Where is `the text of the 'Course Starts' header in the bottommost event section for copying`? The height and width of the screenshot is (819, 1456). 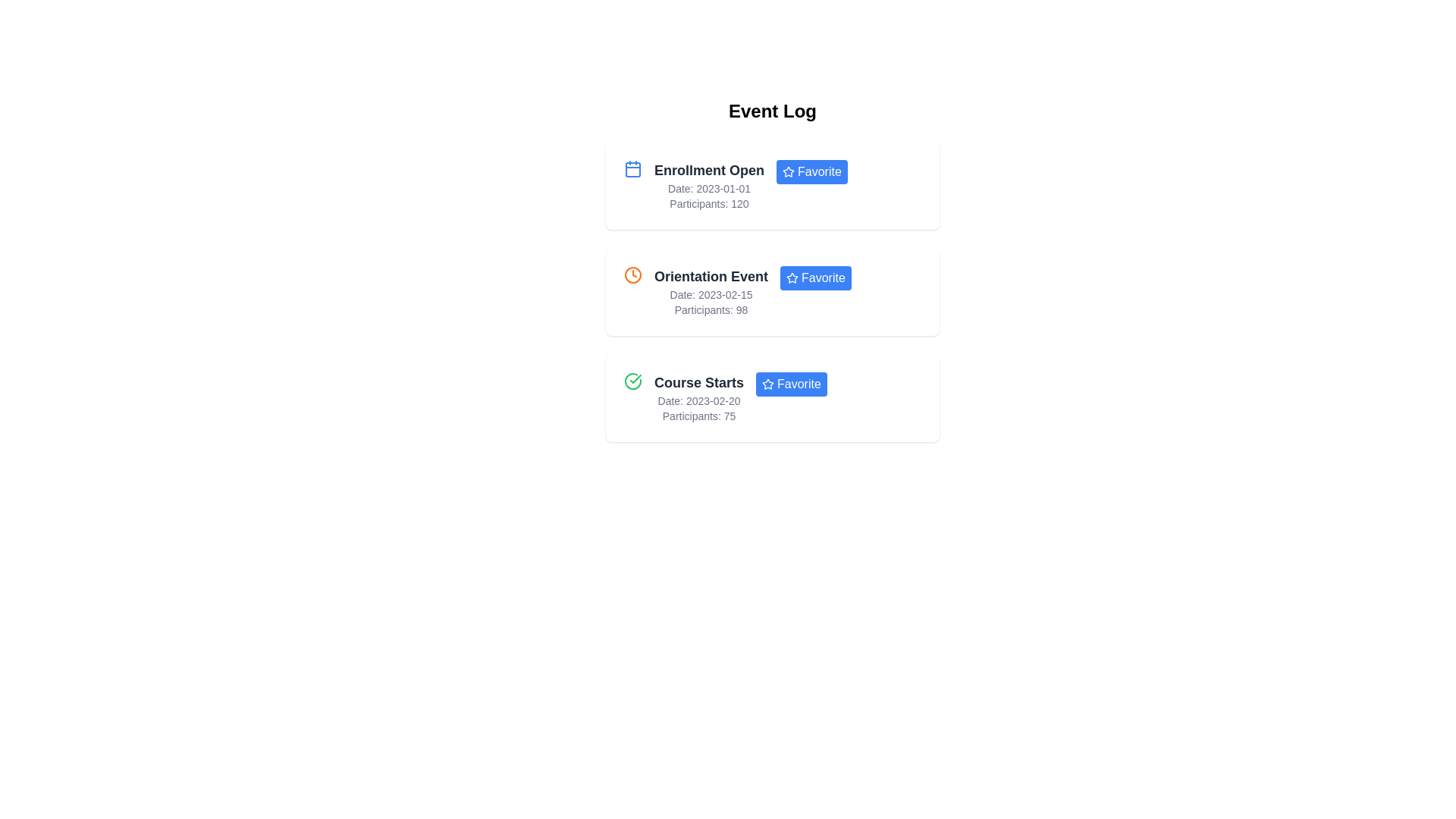 the text of the 'Course Starts' header in the bottommost event section for copying is located at coordinates (698, 382).